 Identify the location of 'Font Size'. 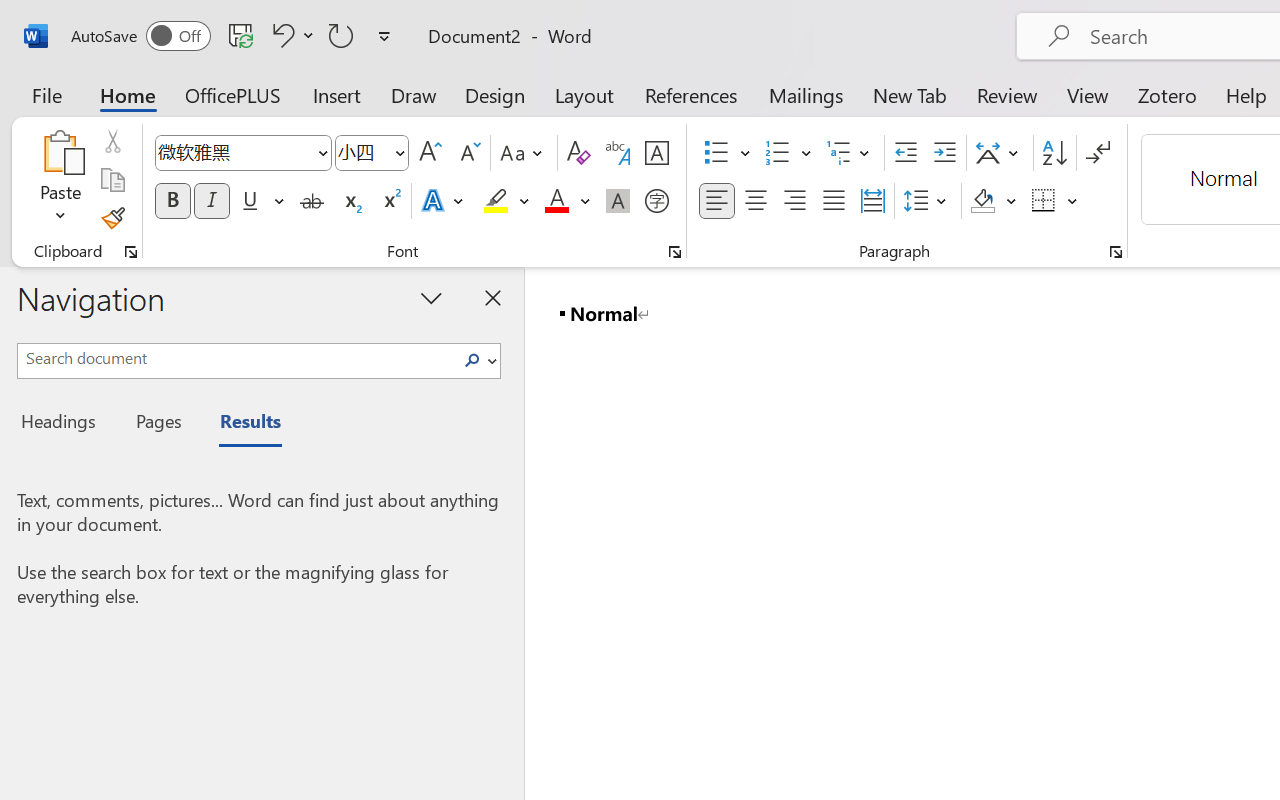
(362, 152).